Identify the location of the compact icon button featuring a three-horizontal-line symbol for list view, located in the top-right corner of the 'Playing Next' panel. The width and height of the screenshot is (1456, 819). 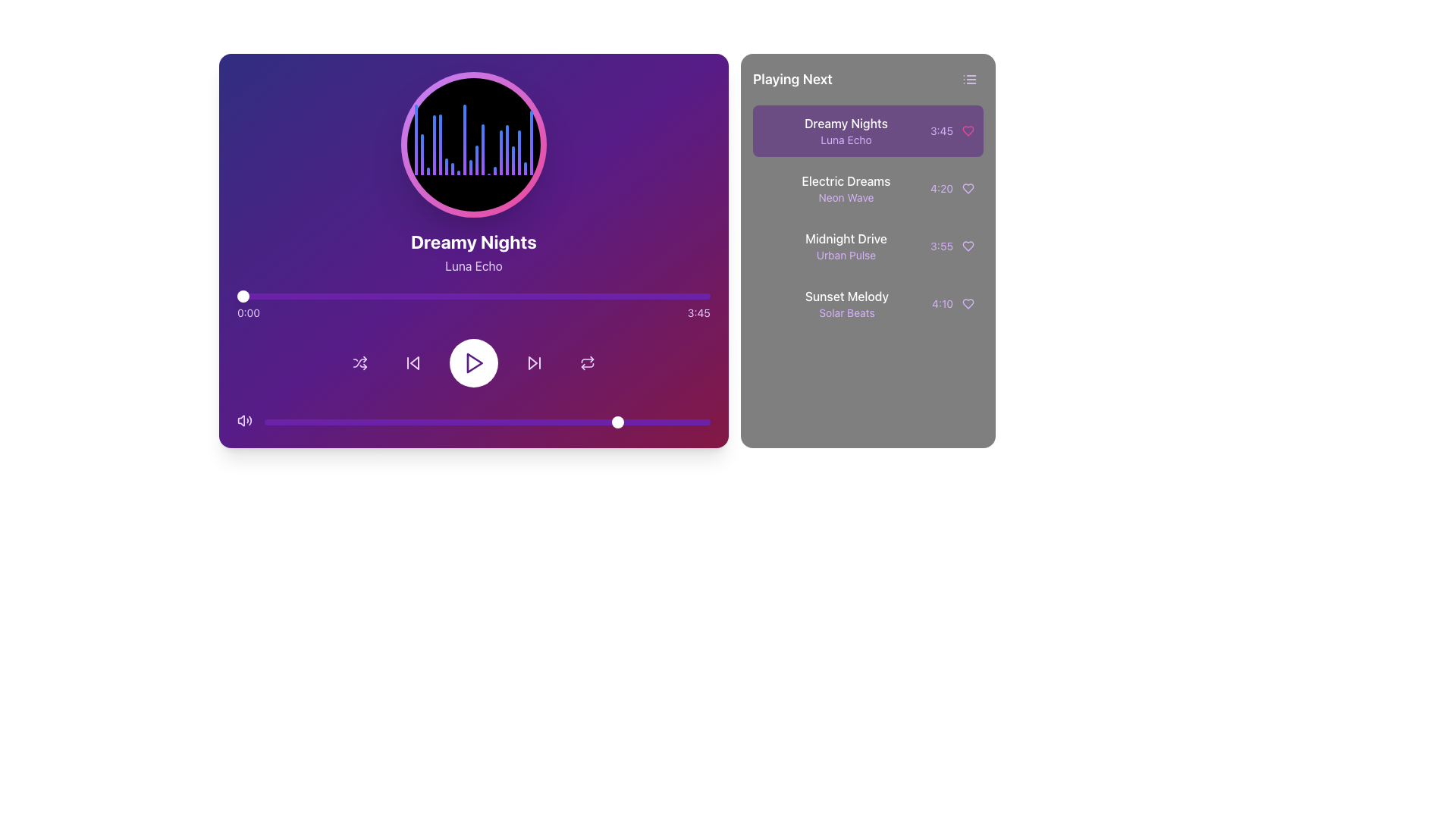
(968, 79).